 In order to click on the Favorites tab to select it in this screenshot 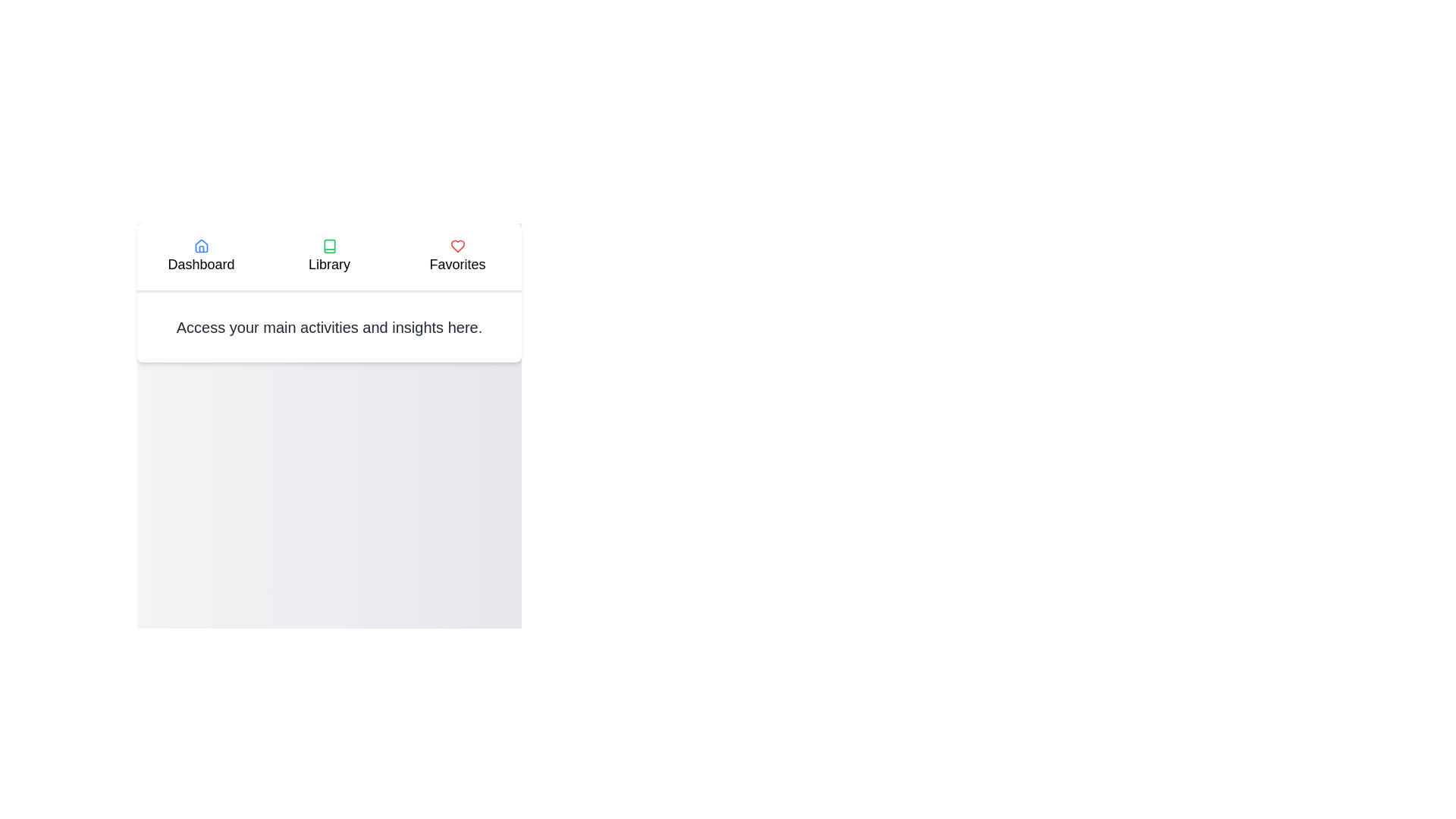, I will do `click(457, 256)`.